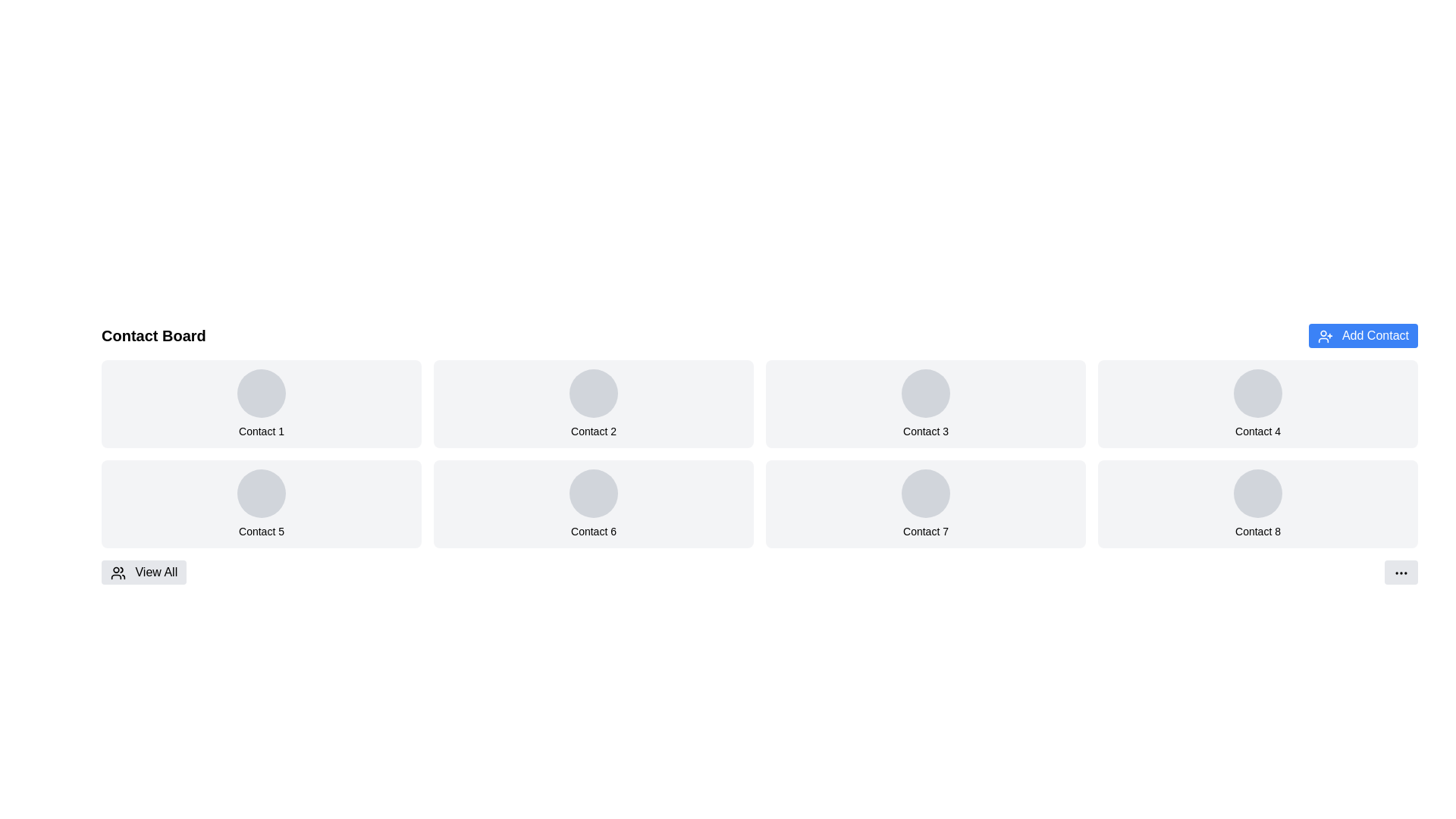 This screenshot has width=1456, height=819. Describe the element at coordinates (118, 573) in the screenshot. I see `the button that includes the group representation icon located to the left of the 'View All' text` at that location.